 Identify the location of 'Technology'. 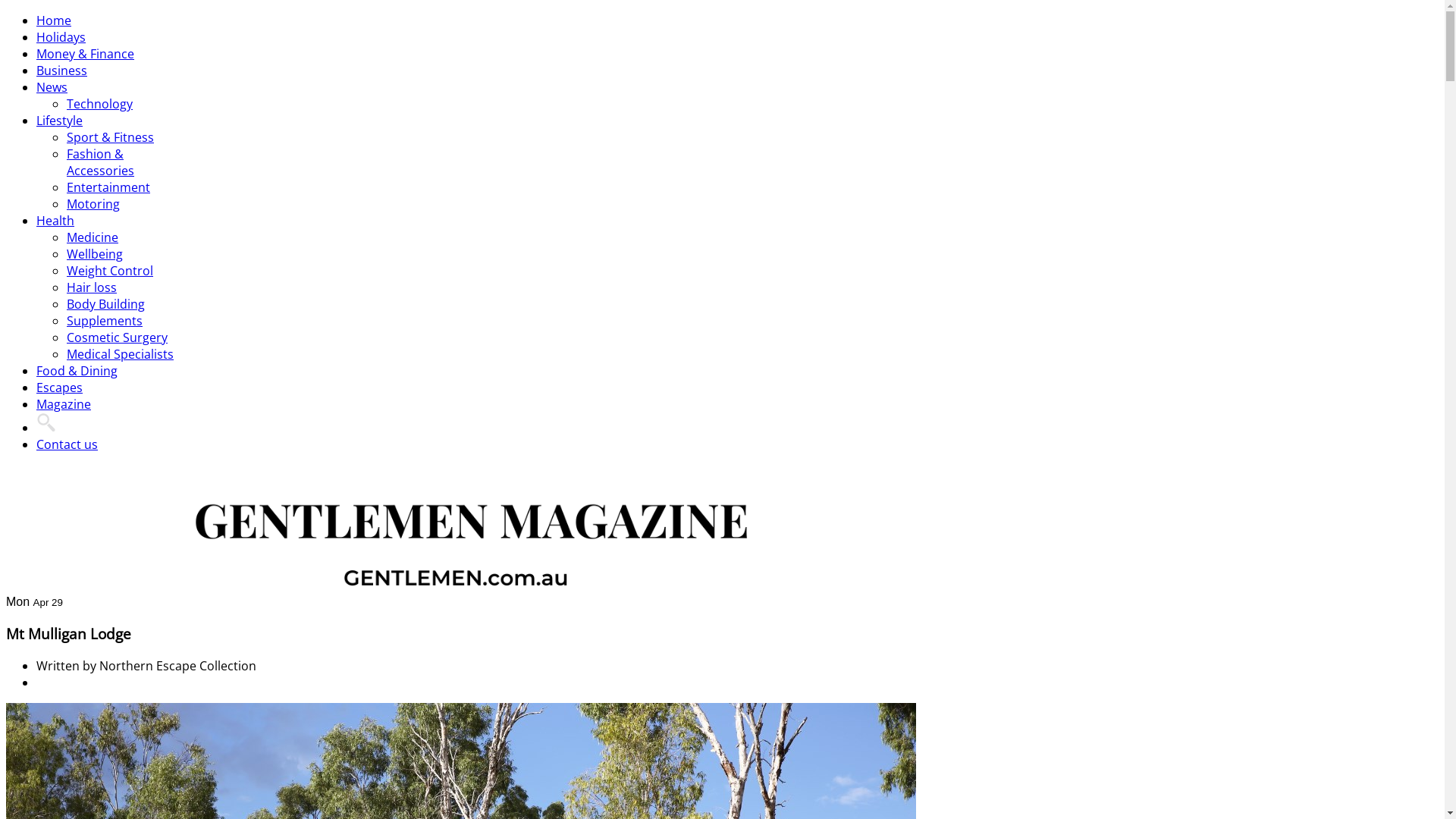
(99, 103).